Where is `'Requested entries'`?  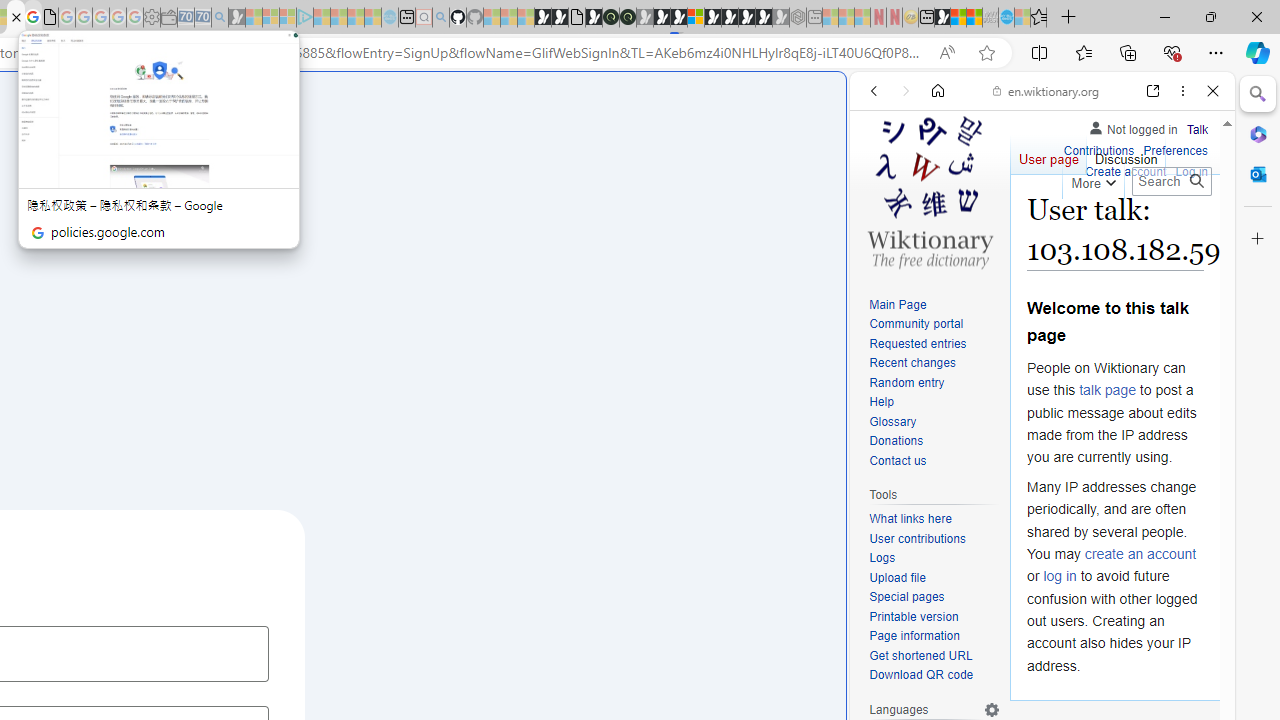 'Requested entries' is located at coordinates (916, 342).